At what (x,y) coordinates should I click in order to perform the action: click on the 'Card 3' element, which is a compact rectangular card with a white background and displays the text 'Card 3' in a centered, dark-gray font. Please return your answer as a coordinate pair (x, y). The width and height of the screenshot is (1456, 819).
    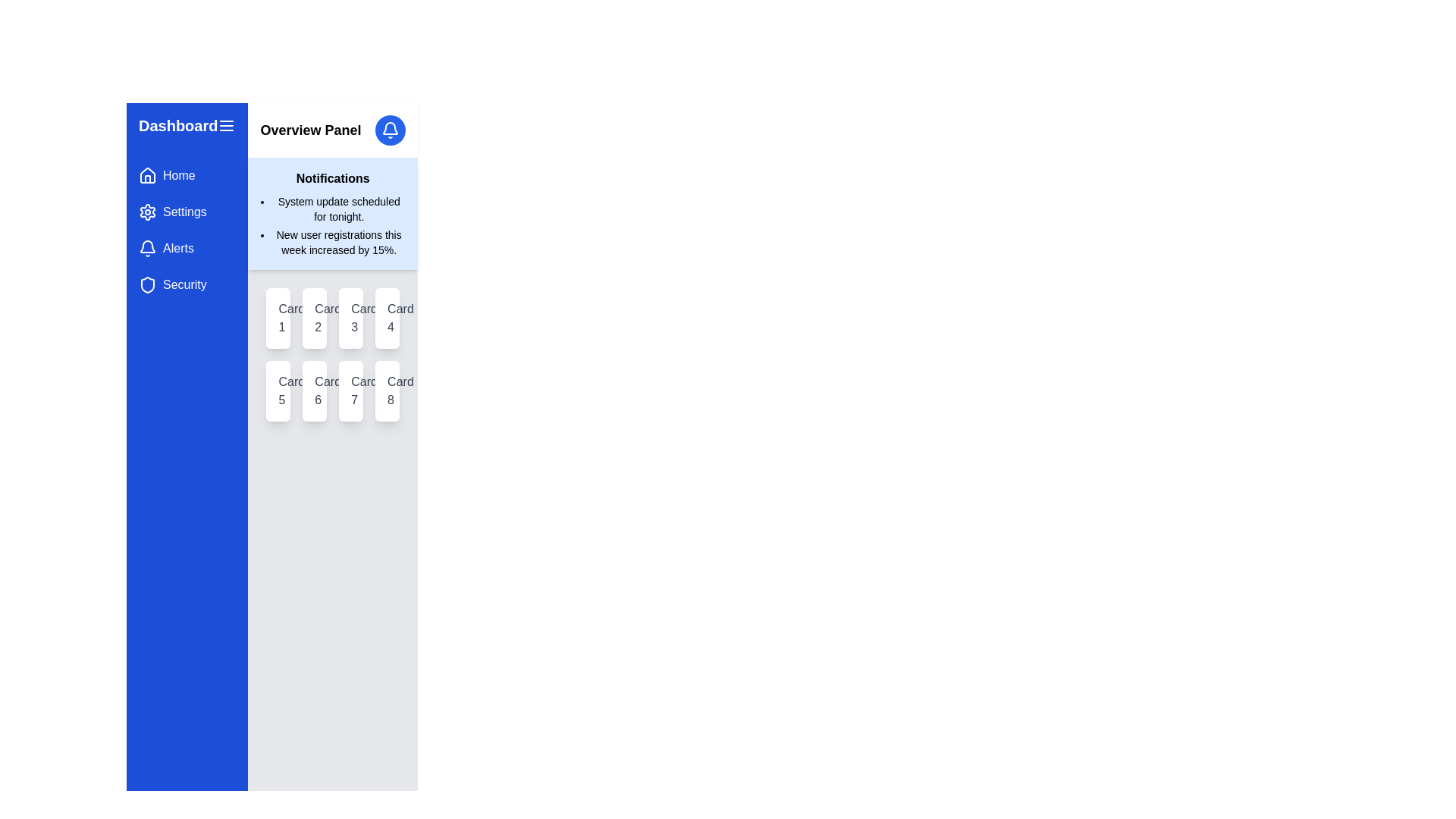
    Looking at the image, I should click on (350, 318).